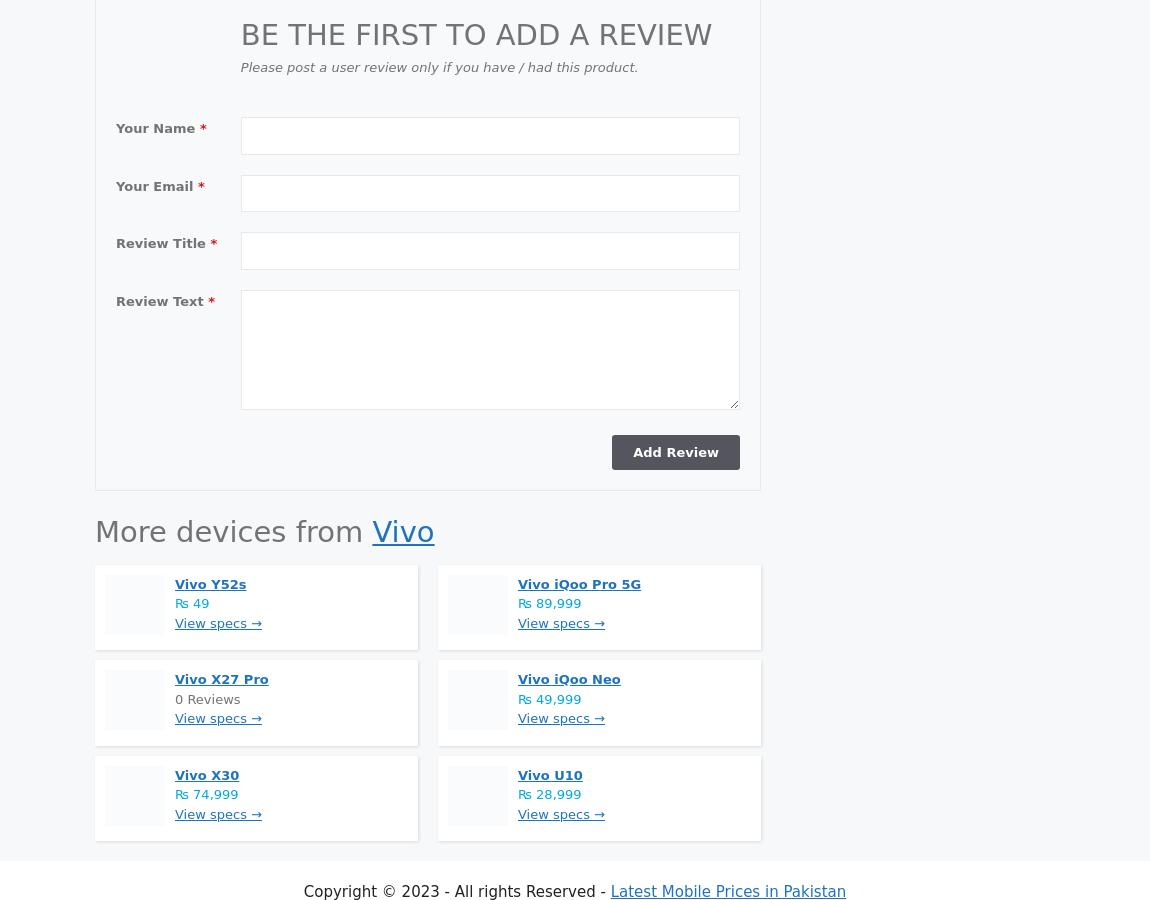 The width and height of the screenshot is (1150, 900). Describe the element at coordinates (220, 678) in the screenshot. I see `'Vivo X27 Pro'` at that location.